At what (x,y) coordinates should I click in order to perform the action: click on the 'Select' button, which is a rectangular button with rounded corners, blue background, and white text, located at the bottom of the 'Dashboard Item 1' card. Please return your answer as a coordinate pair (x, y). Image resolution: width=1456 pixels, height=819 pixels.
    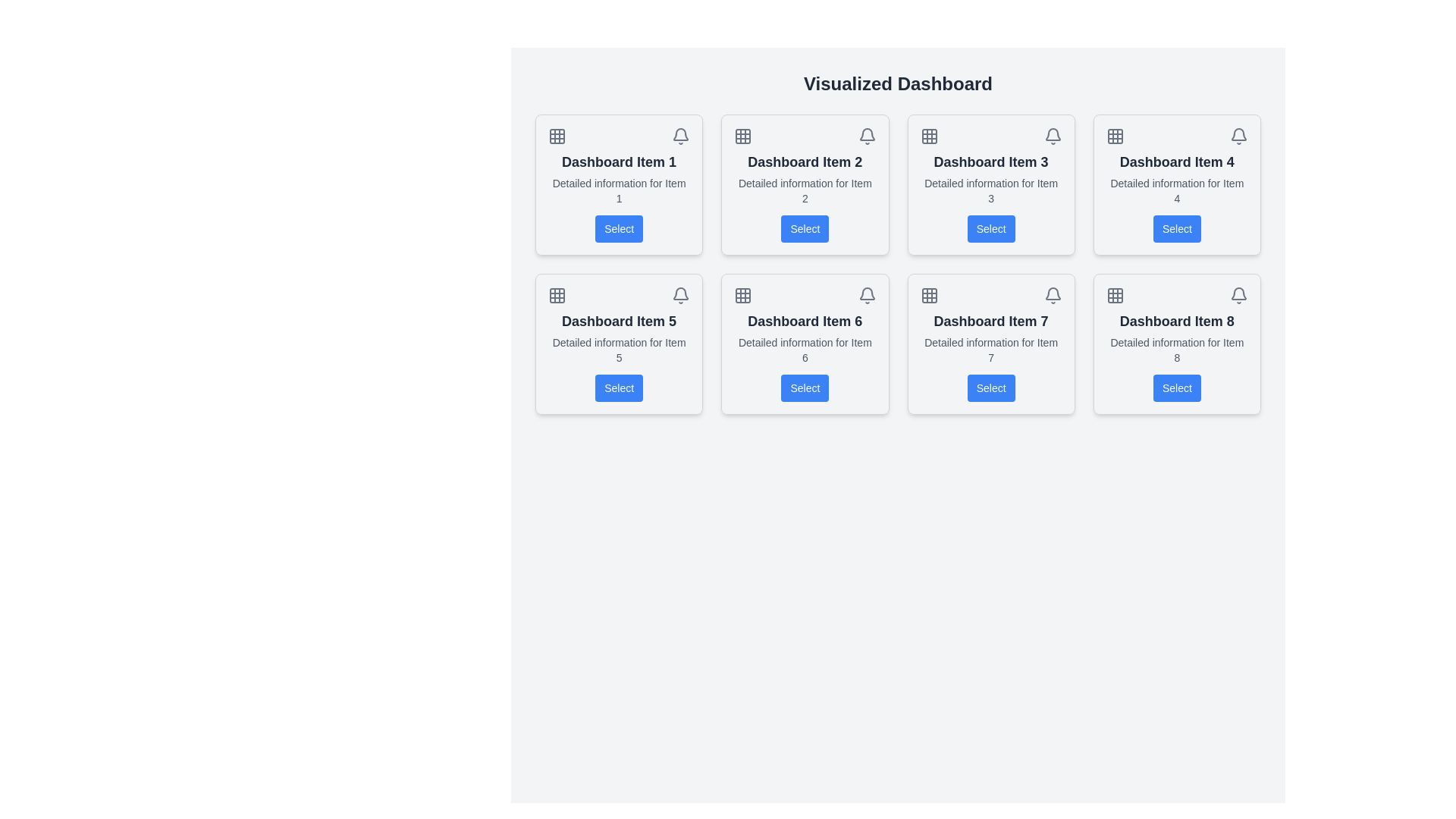
    Looking at the image, I should click on (619, 228).